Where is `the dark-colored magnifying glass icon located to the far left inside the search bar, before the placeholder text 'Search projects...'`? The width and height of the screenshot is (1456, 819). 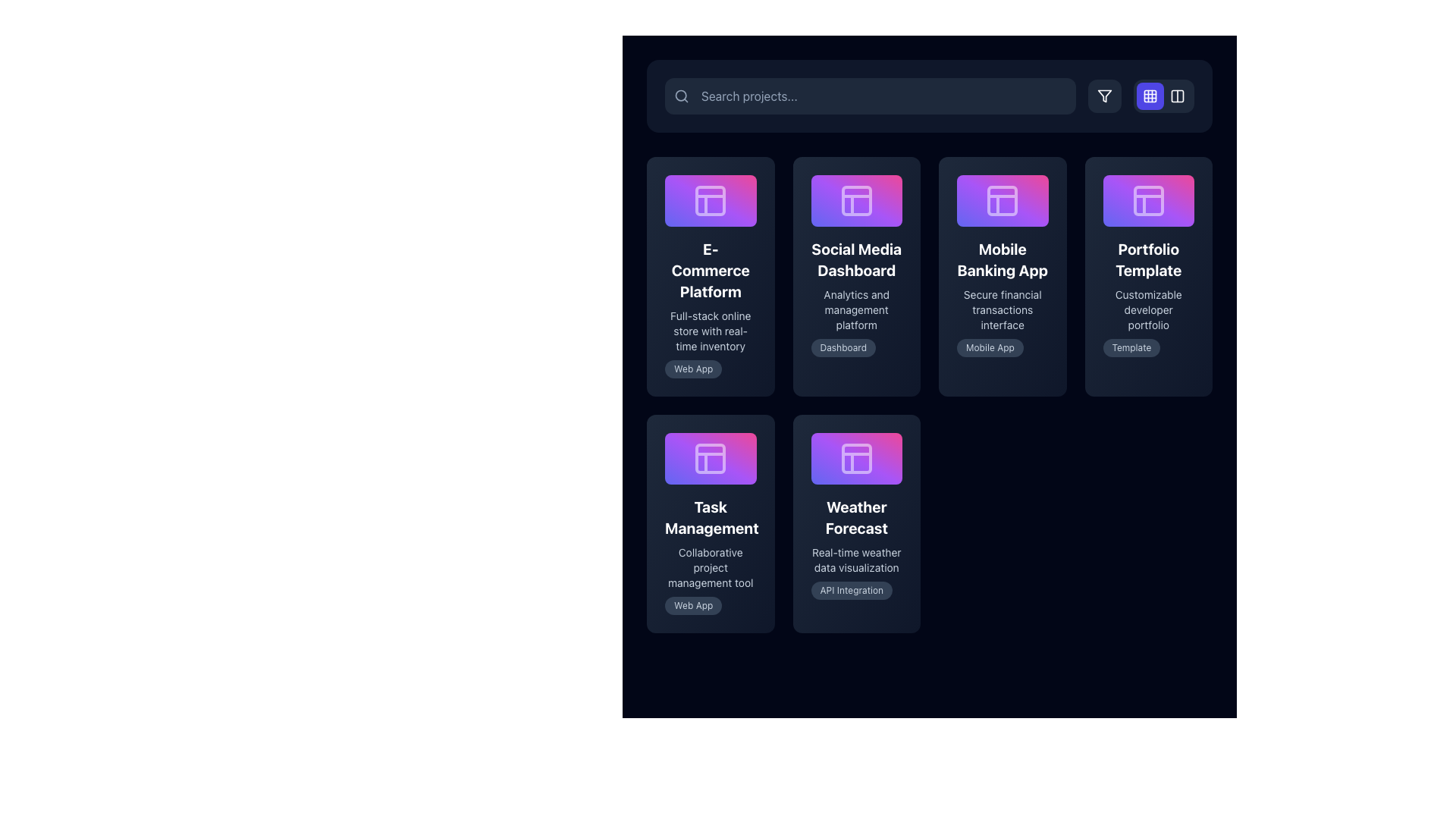 the dark-colored magnifying glass icon located to the far left inside the search bar, before the placeholder text 'Search projects...' is located at coordinates (680, 96).